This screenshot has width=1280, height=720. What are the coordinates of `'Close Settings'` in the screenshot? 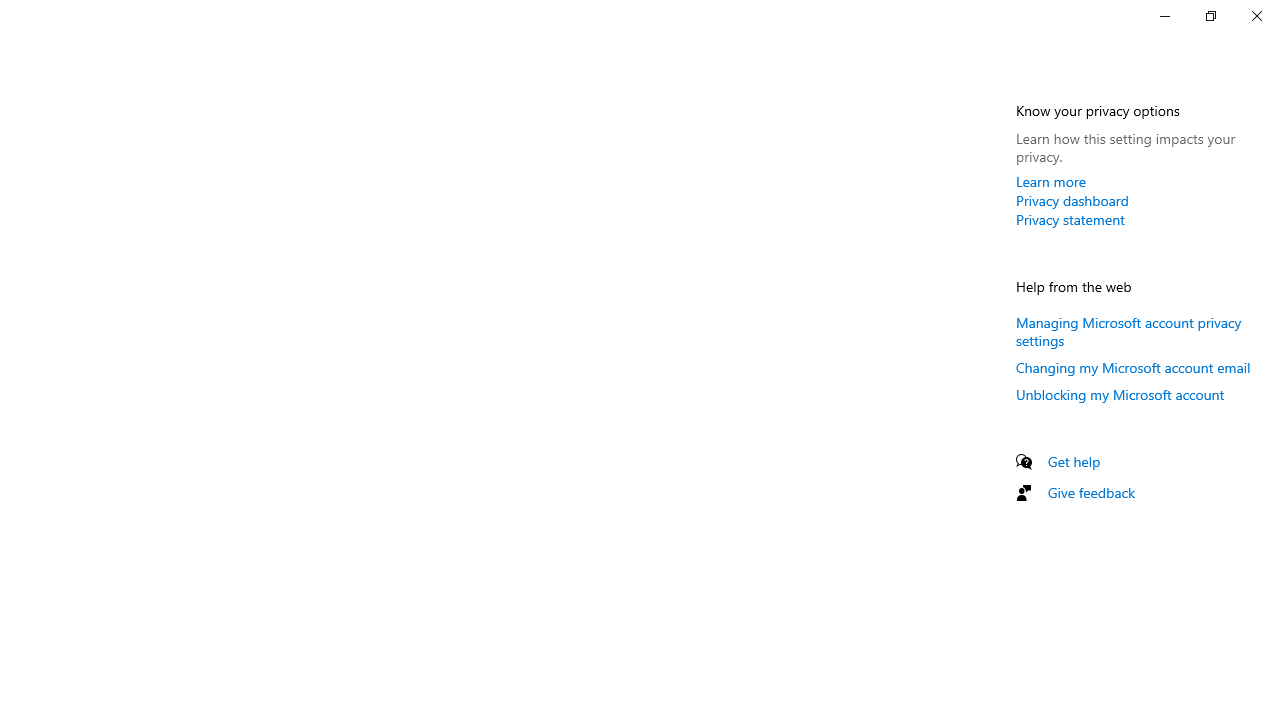 It's located at (1255, 15).